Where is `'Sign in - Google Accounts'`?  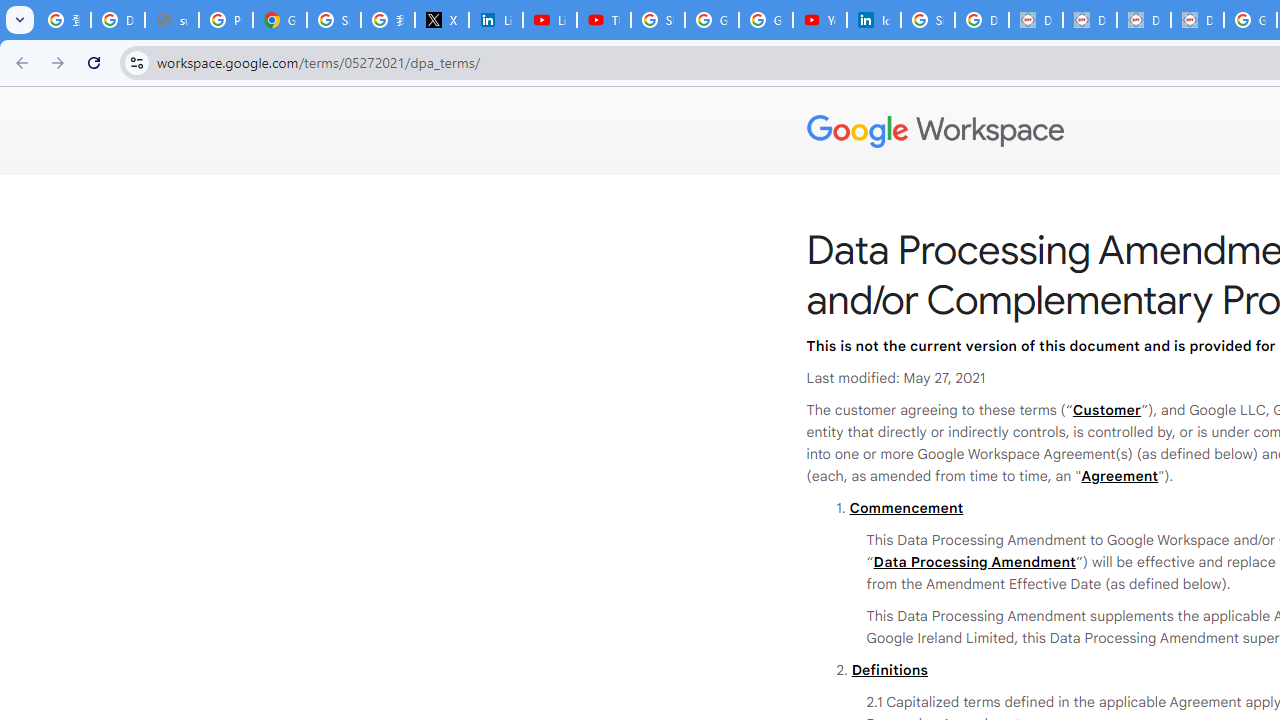 'Sign in - Google Accounts' is located at coordinates (657, 20).